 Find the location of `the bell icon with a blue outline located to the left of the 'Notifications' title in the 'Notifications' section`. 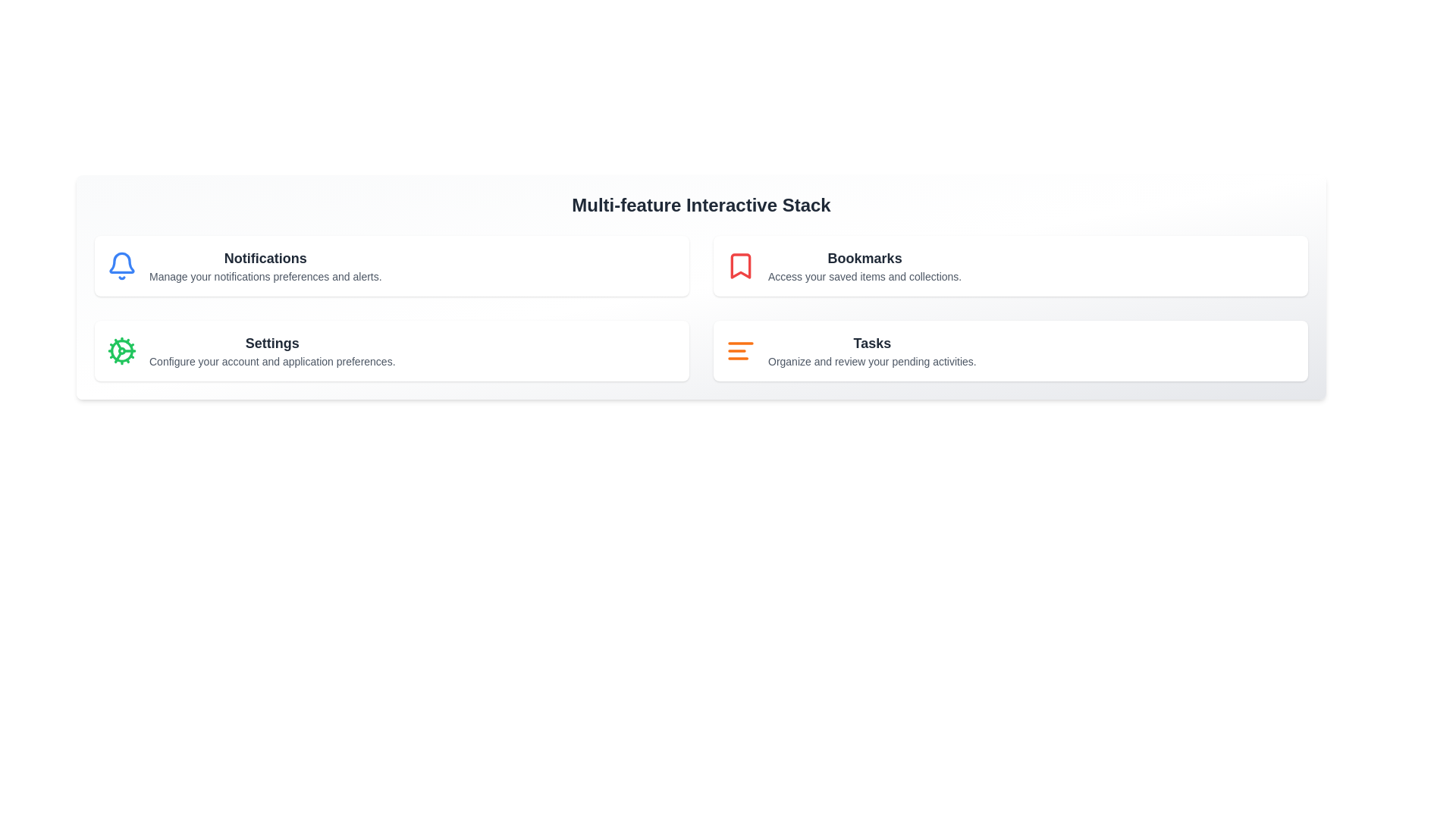

the bell icon with a blue outline located to the left of the 'Notifications' title in the 'Notifications' section is located at coordinates (122, 265).